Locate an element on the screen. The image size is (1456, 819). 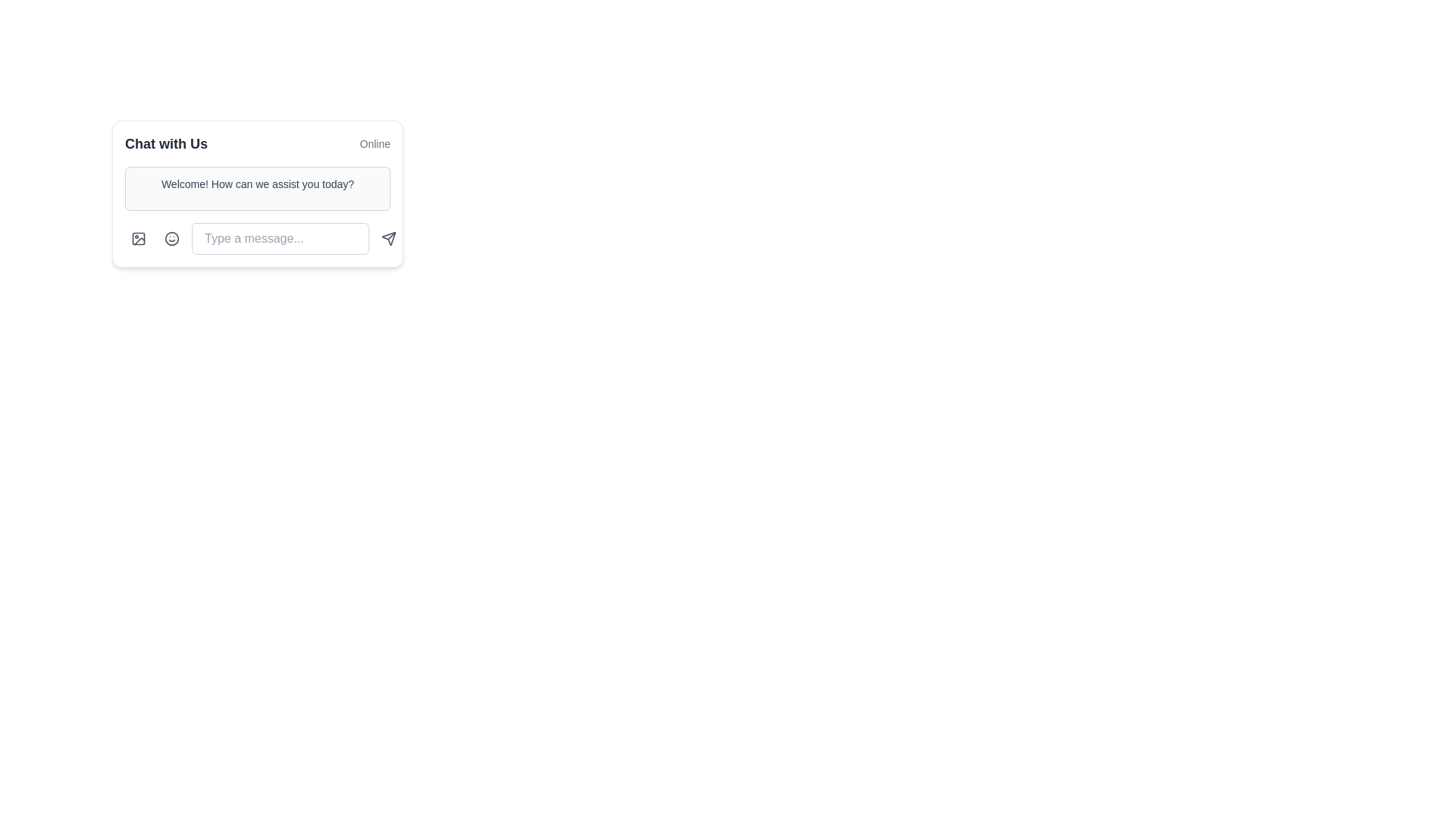
displayed text in the message box located below the title 'Chat with Us' and the status 'Online', and above the text input field is located at coordinates (258, 188).